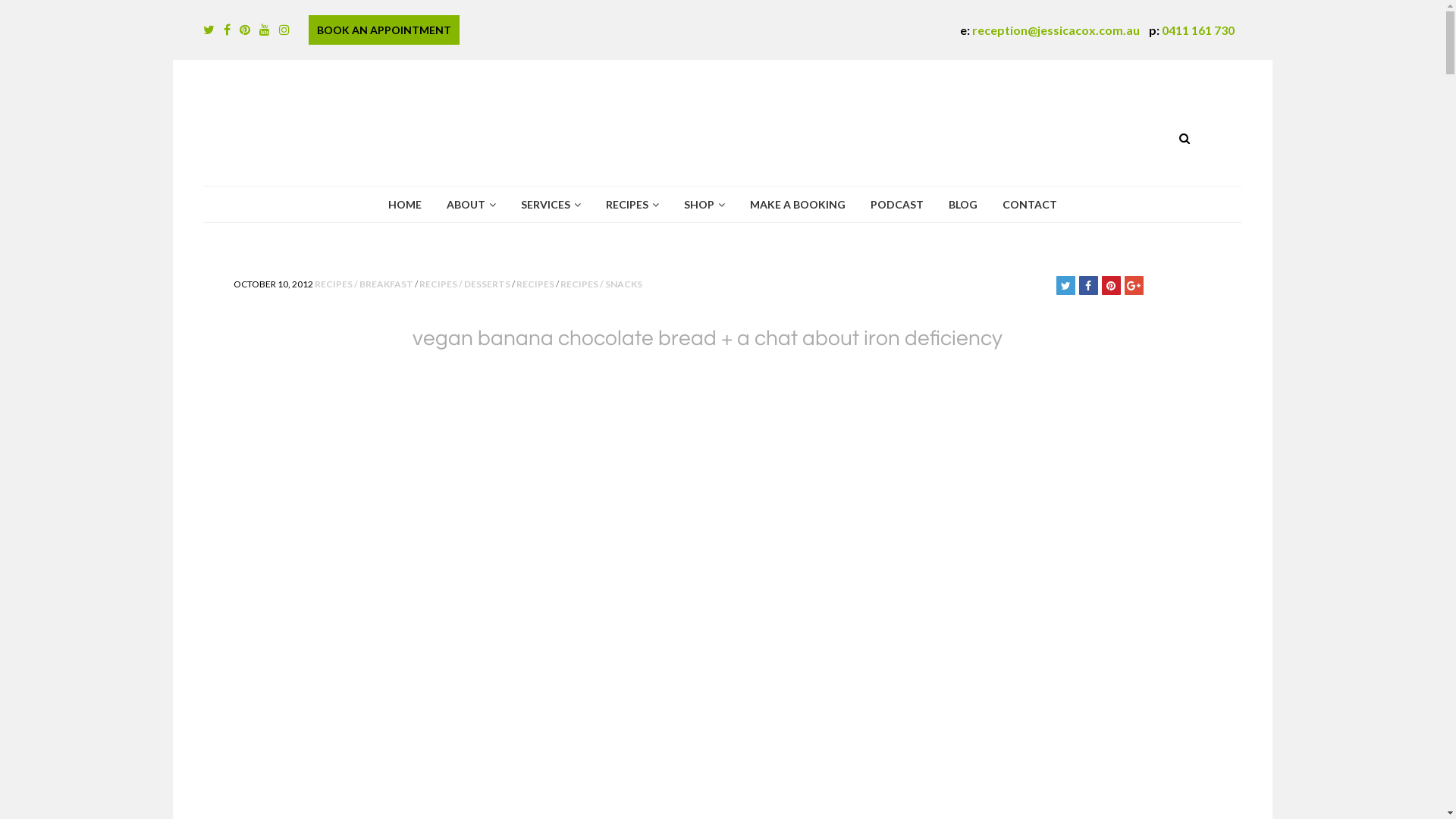  What do you see at coordinates (971, 30) in the screenshot?
I see `'reception@jessicacox.com.au'` at bounding box center [971, 30].